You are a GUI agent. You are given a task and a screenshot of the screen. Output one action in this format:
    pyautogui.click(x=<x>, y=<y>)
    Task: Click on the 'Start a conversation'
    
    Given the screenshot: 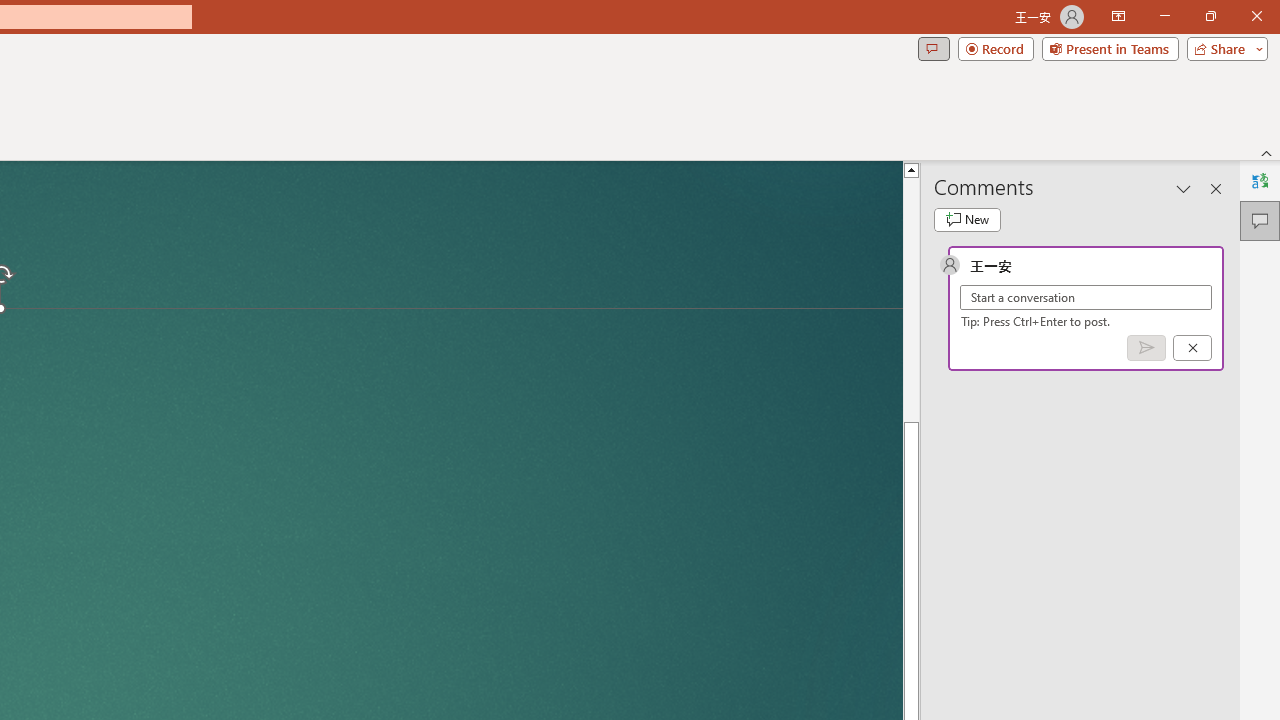 What is the action you would take?
    pyautogui.click(x=1085, y=297)
    